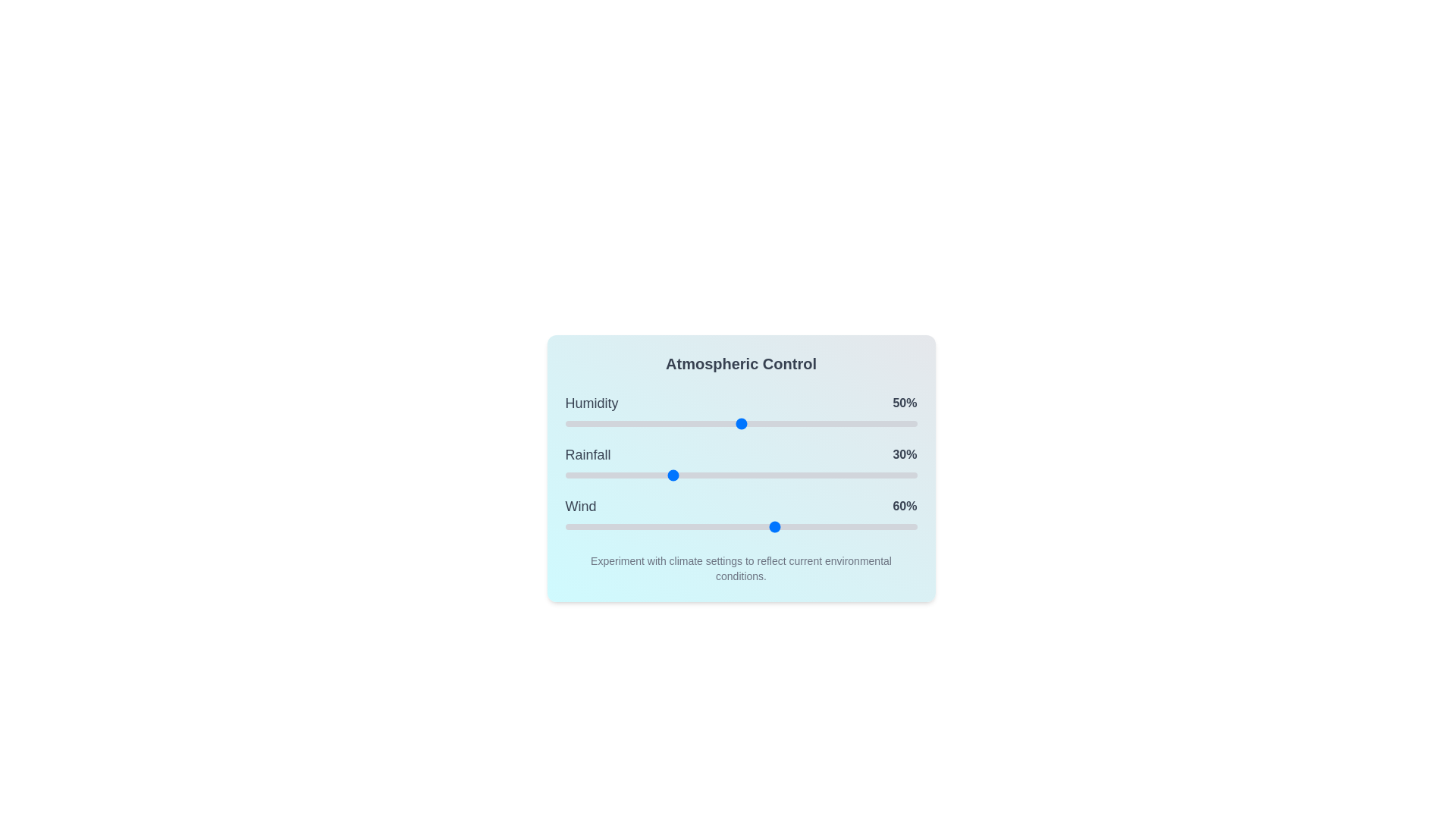 This screenshot has height=819, width=1456. Describe the element at coordinates (745, 424) in the screenshot. I see `the 0 slider to 51%` at that location.